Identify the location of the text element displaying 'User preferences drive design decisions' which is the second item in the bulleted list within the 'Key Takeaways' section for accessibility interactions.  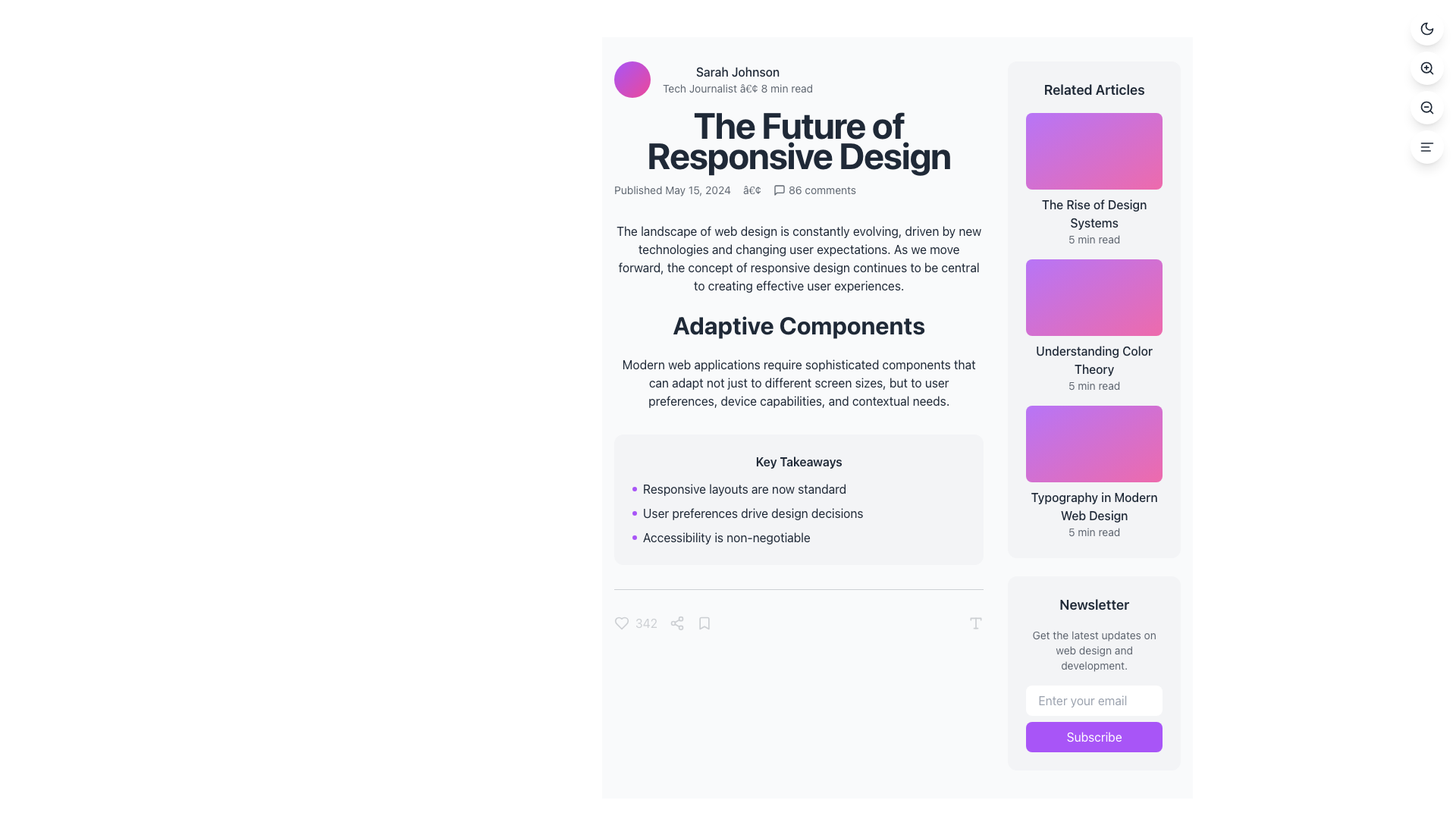
(753, 513).